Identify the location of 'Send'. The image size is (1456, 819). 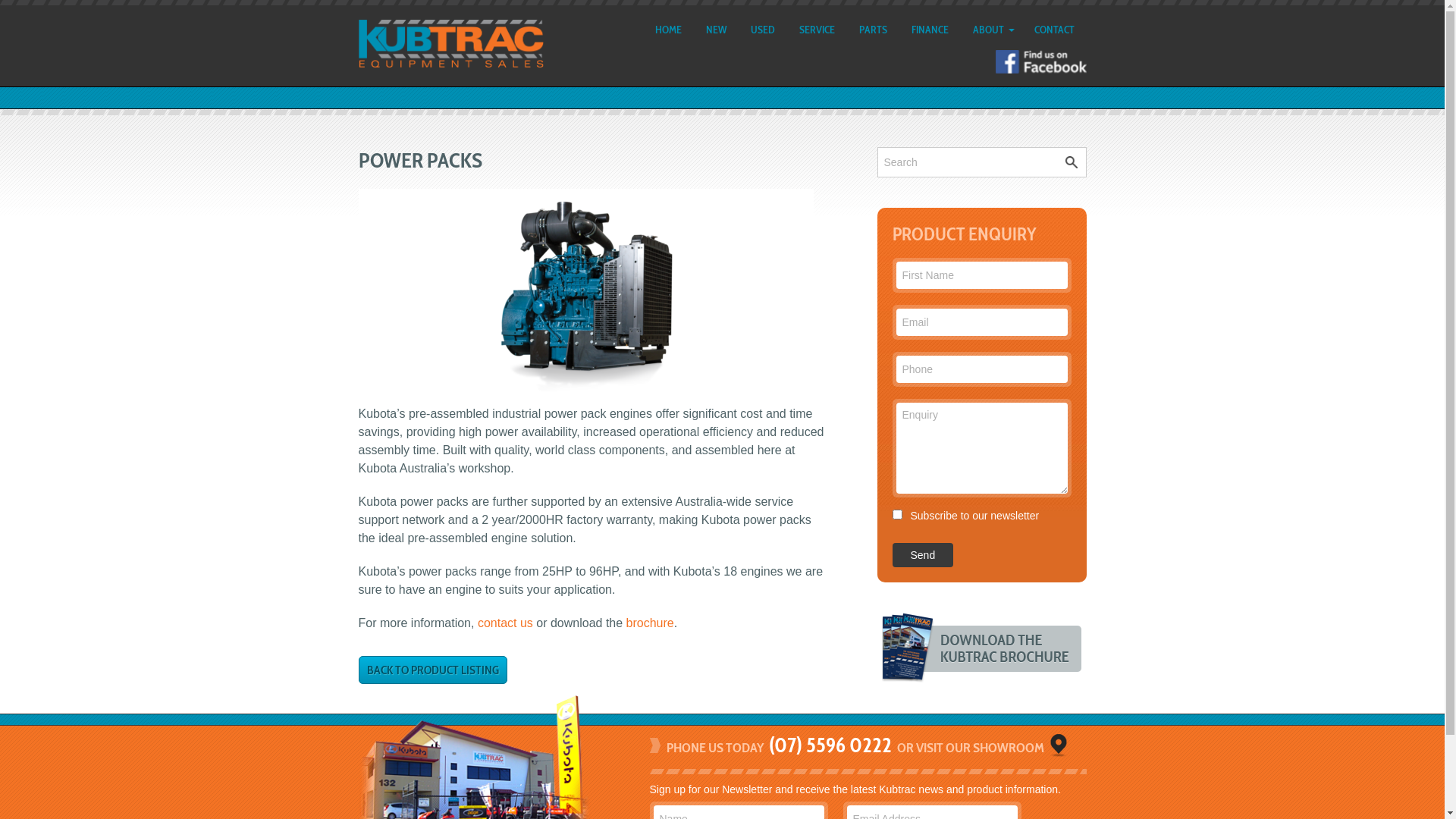
(921, 555).